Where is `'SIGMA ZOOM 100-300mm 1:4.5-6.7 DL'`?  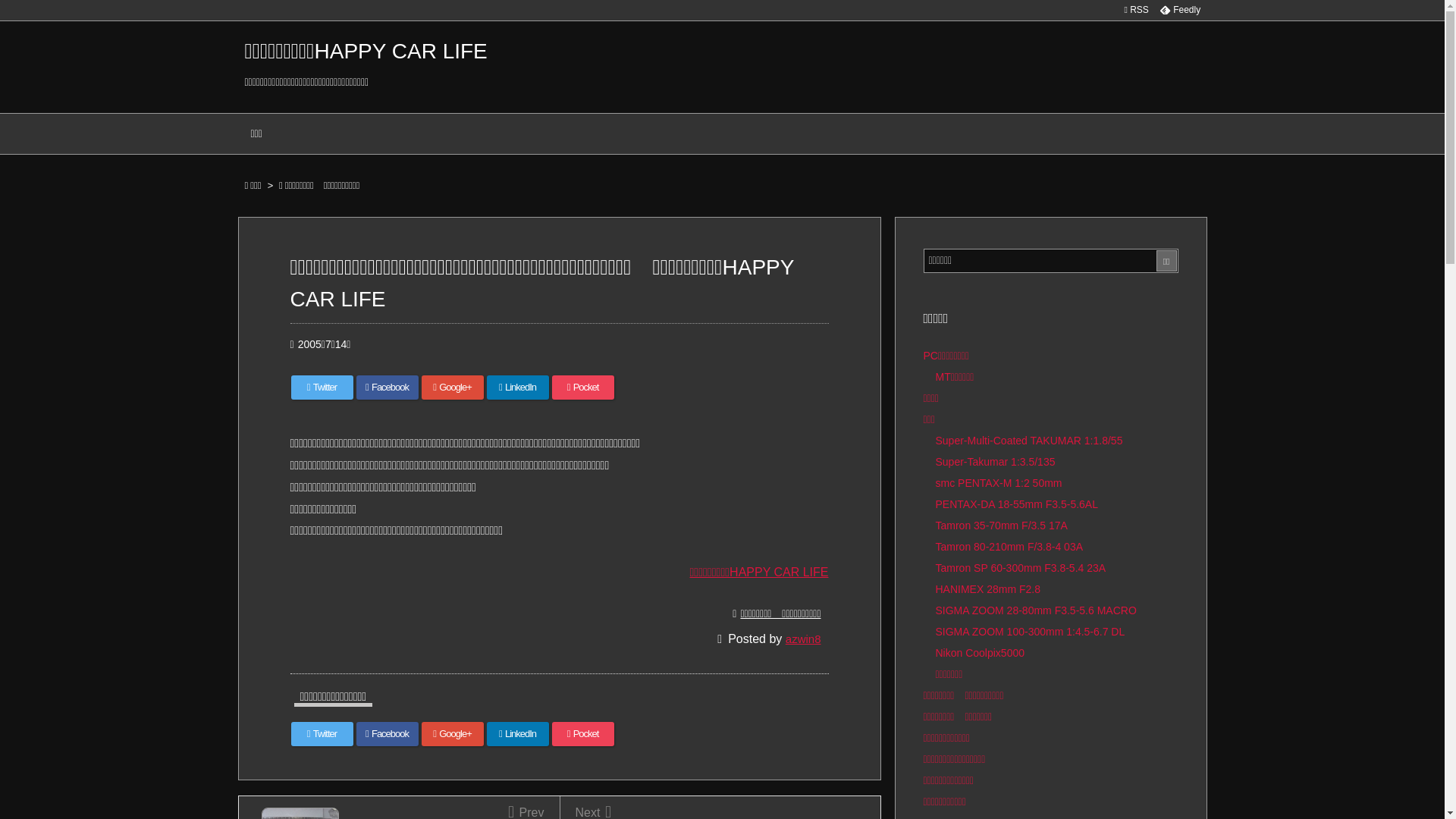
'SIGMA ZOOM 100-300mm 1:4.5-6.7 DL' is located at coordinates (1030, 632).